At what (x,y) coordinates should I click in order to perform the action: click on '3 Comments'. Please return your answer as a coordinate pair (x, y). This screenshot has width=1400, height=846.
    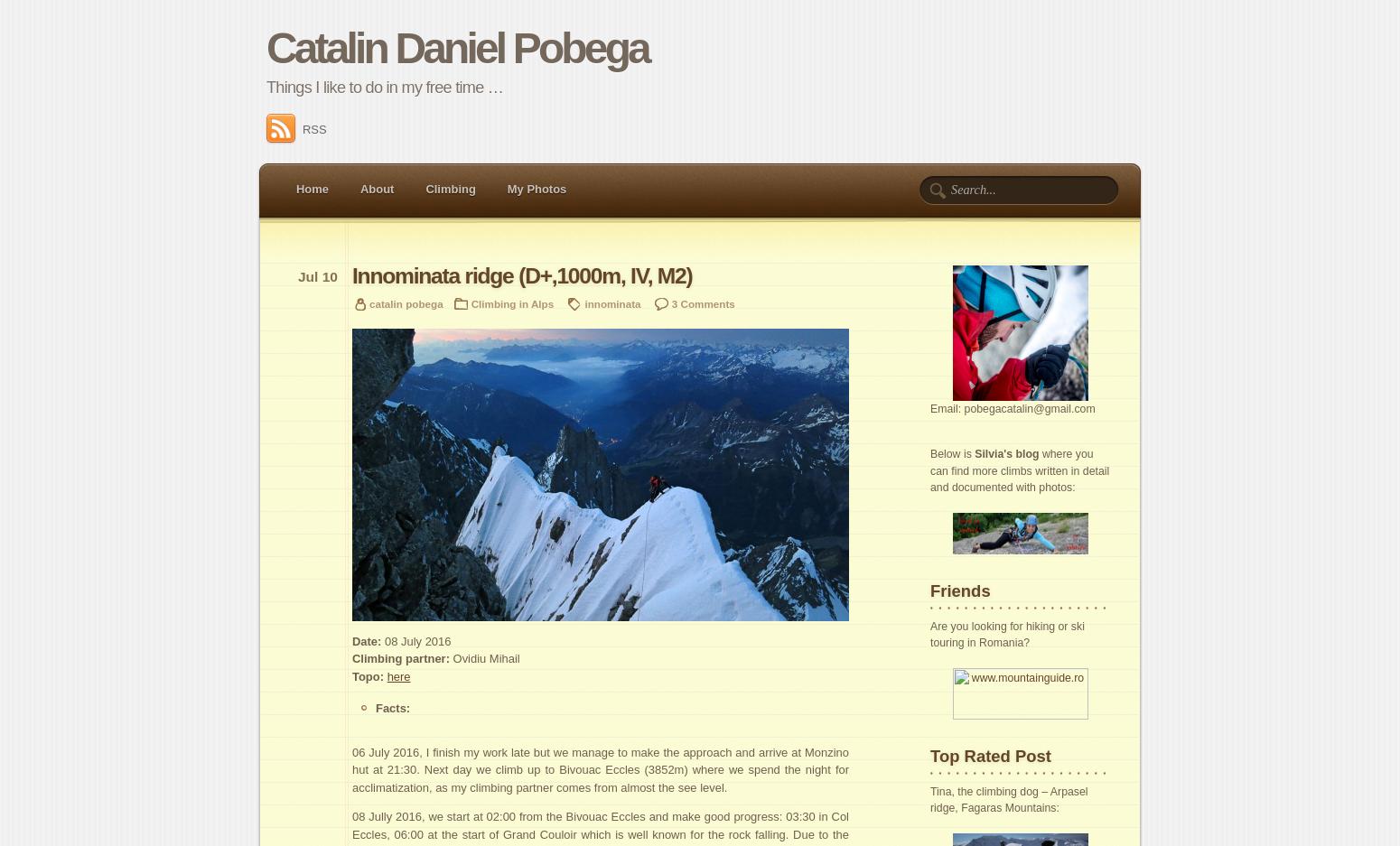
    Looking at the image, I should click on (671, 302).